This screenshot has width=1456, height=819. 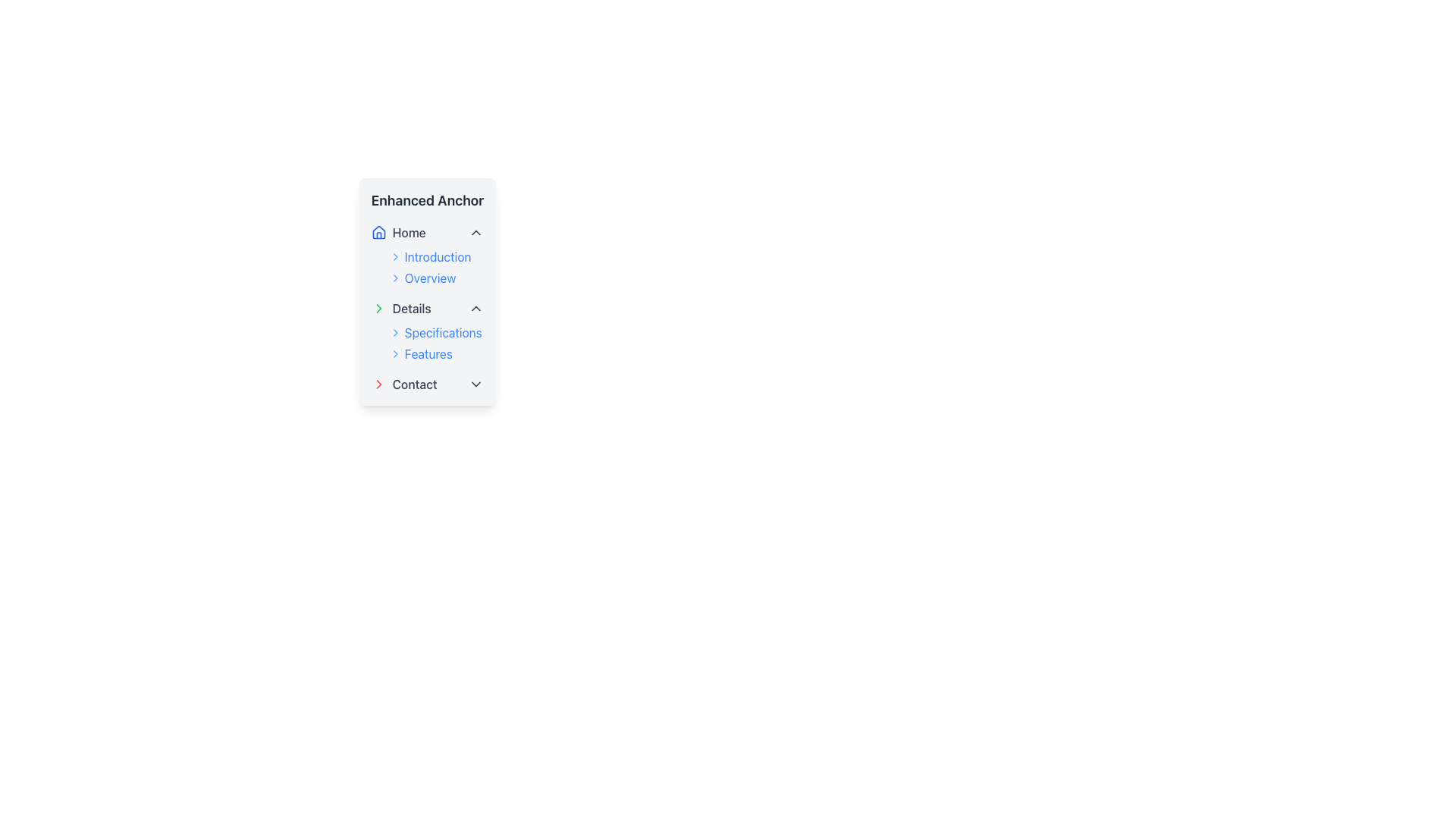 I want to click on the 'Overview' text link in the sidebar navigation, so click(x=429, y=278).